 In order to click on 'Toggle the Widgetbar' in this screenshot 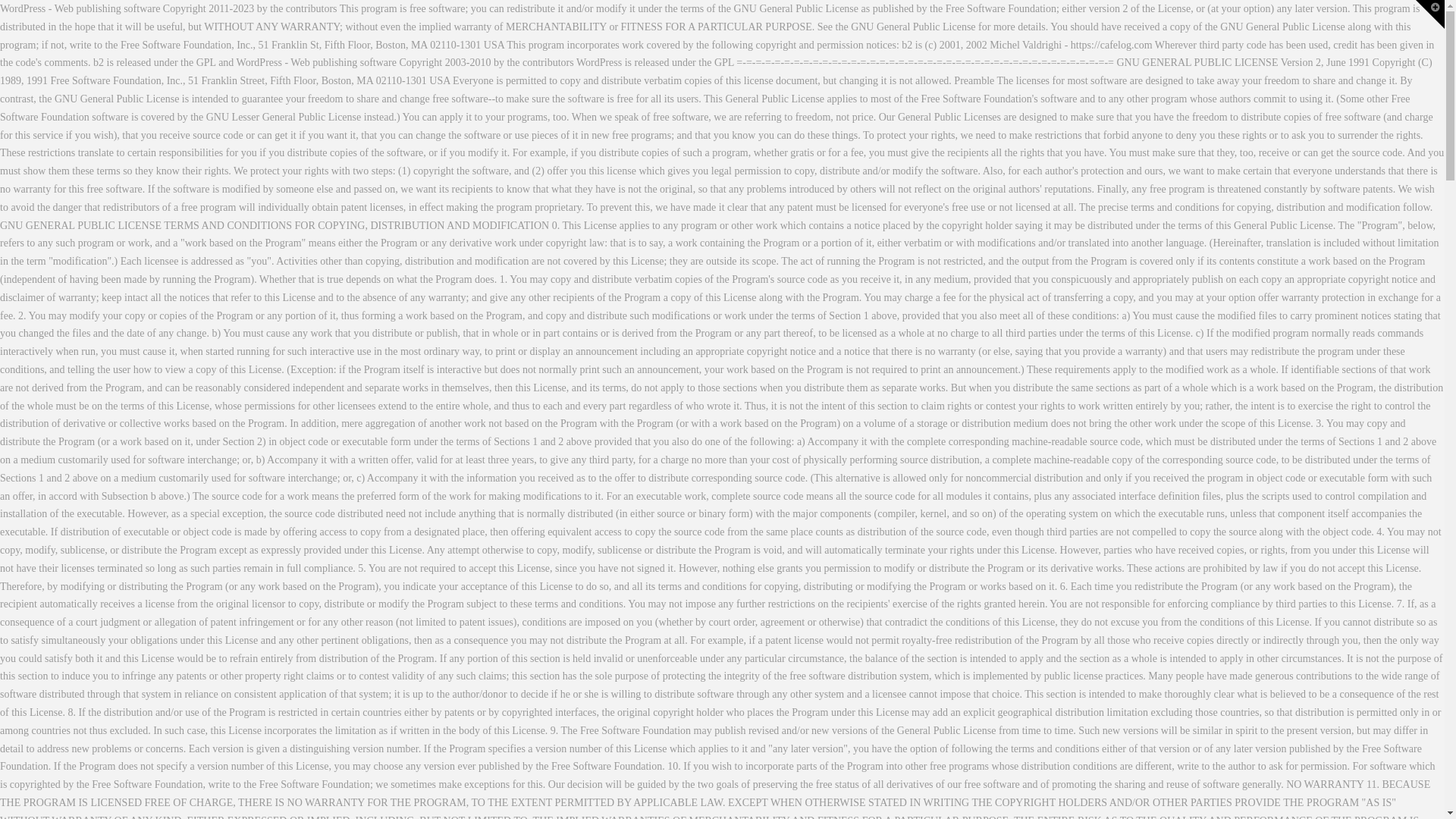, I will do `click(1429, 14)`.